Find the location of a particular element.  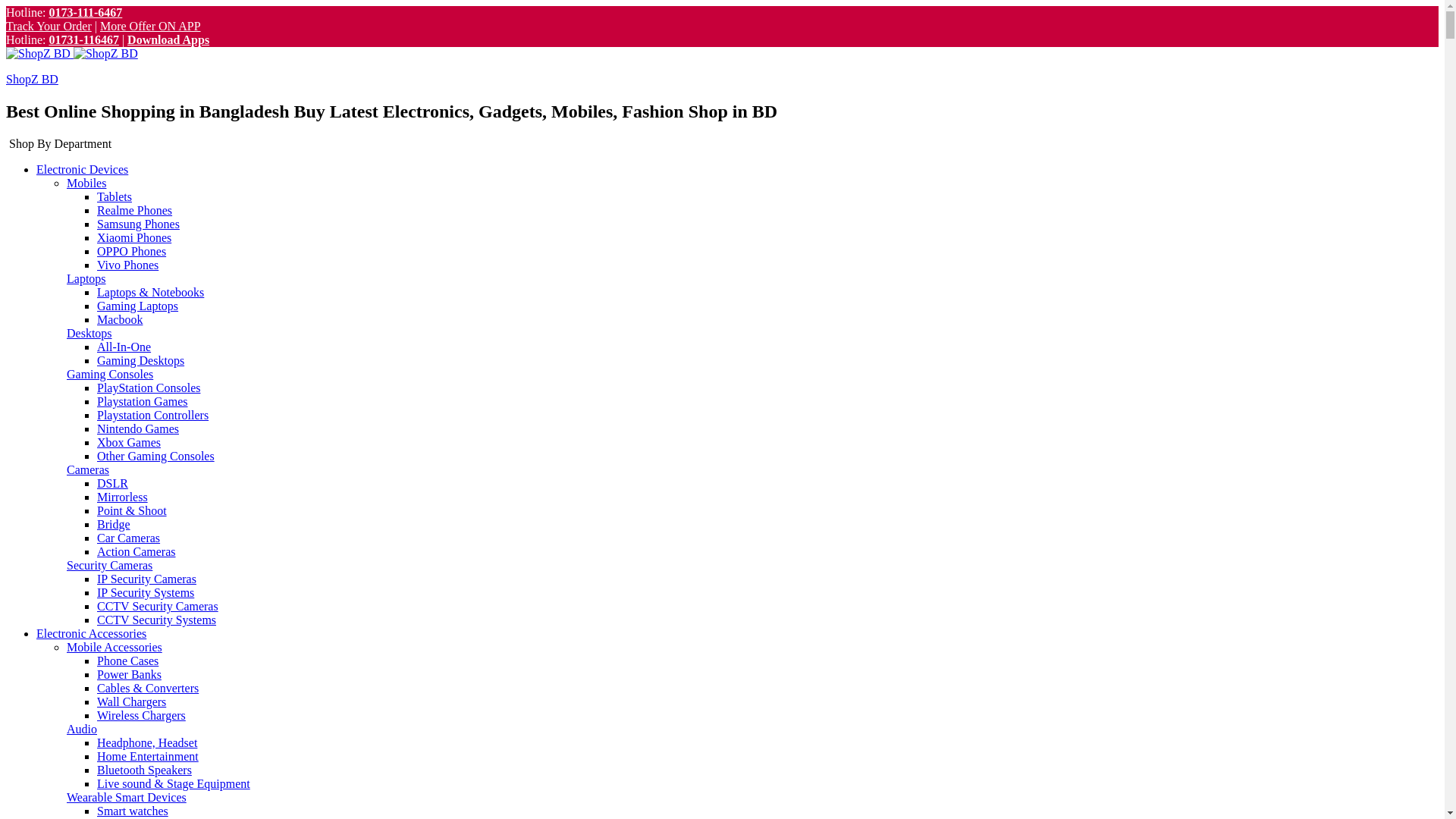

'Wireless Chargers' is located at coordinates (141, 715).